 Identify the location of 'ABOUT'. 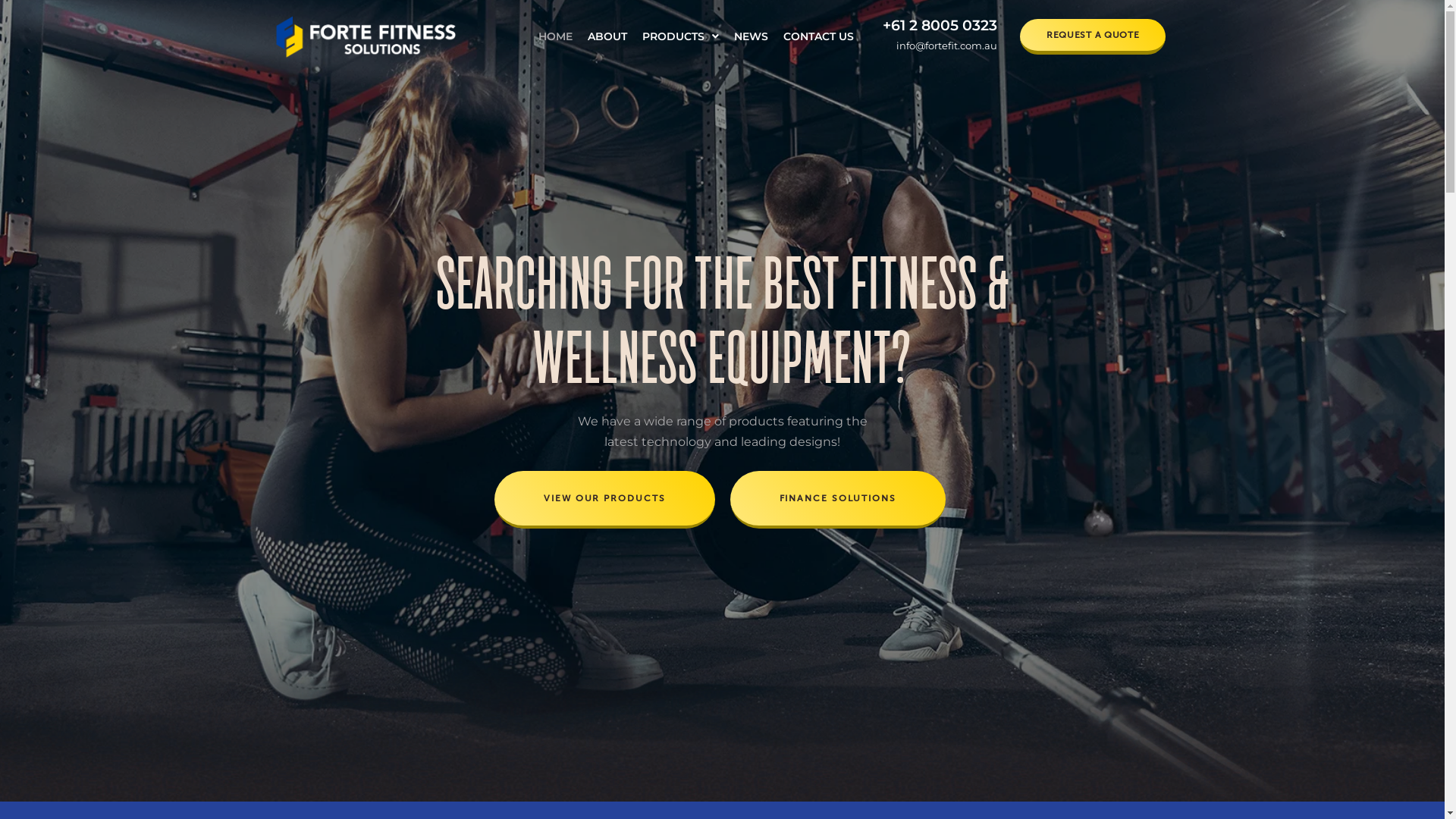
(607, 35).